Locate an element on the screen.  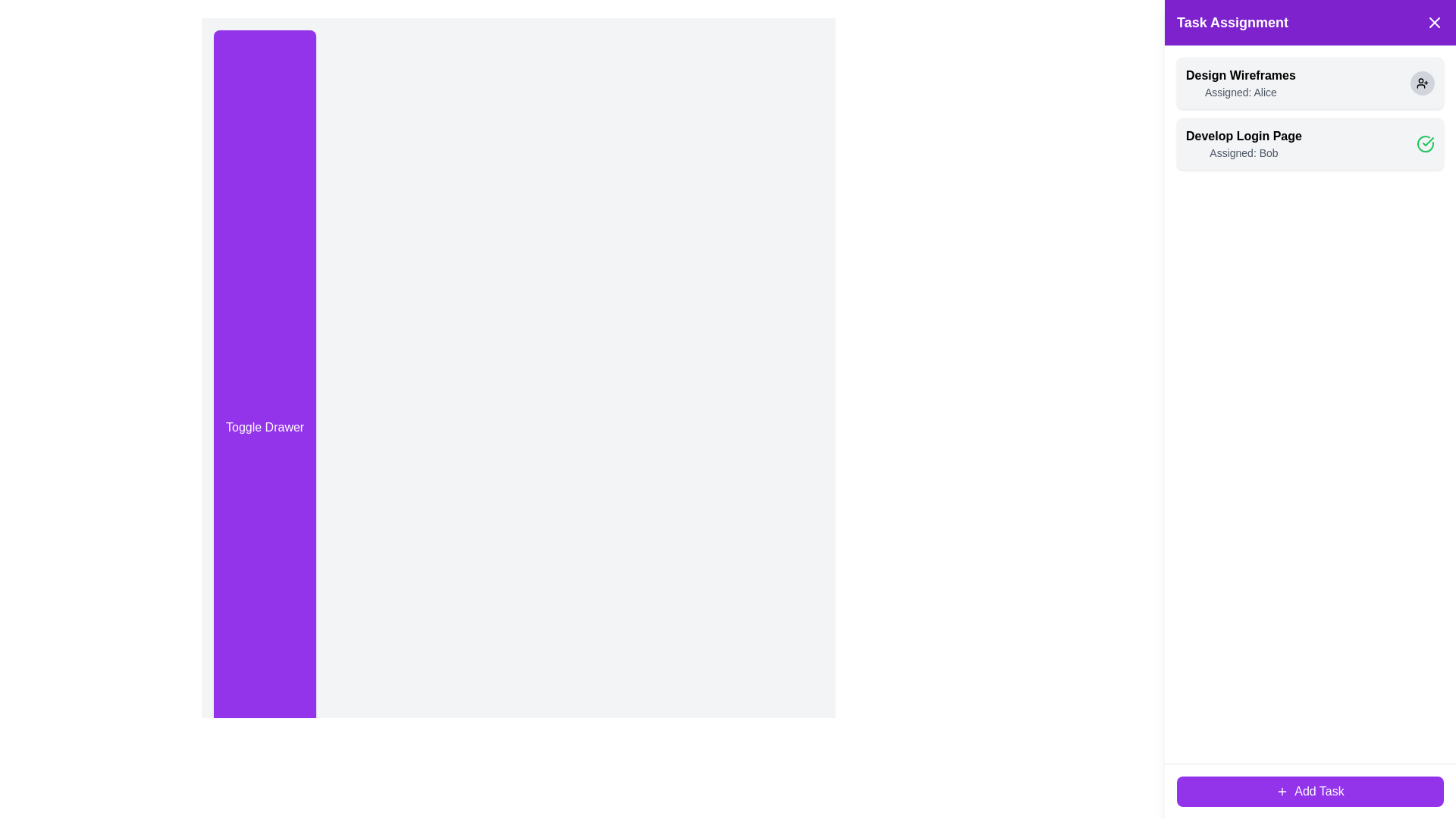
the bold text label displaying 'Design Wireframes' at the top of the task list interface within the 'Task Assignment' panel is located at coordinates (1241, 76).